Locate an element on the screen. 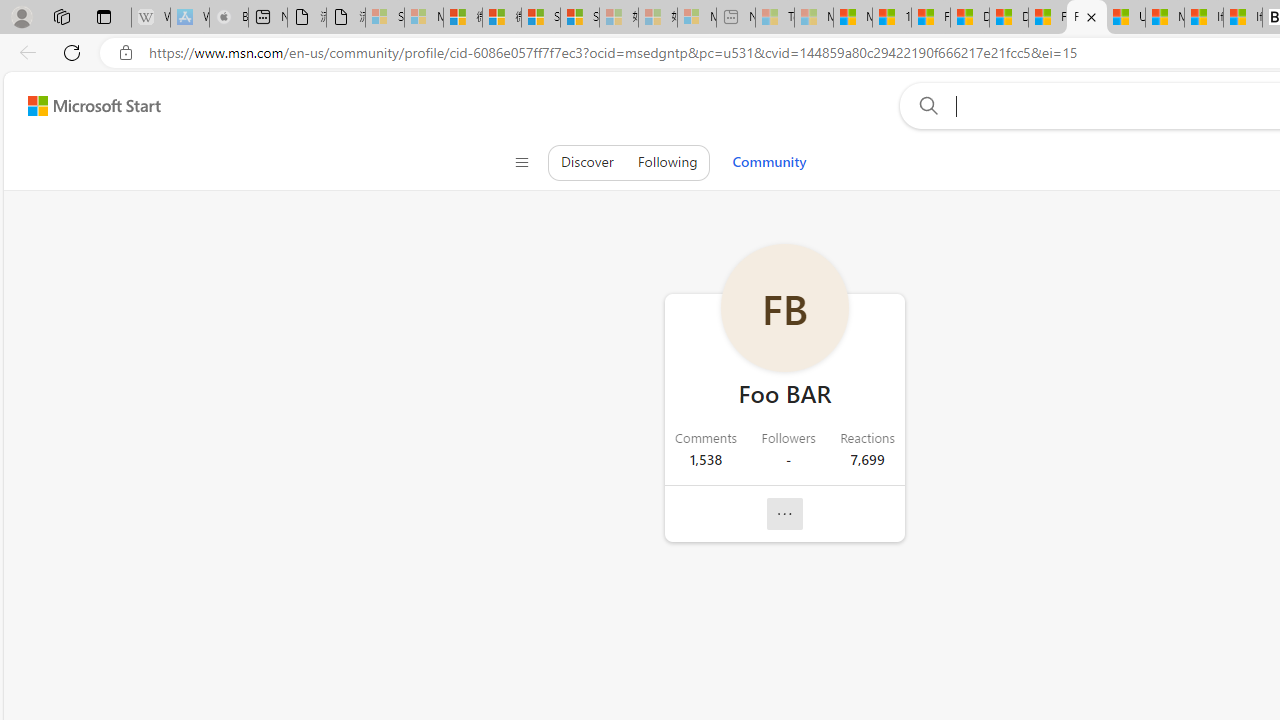 This screenshot has width=1280, height=720. 'US Heat Deaths Soared To Record High Last Year' is located at coordinates (1126, 17).